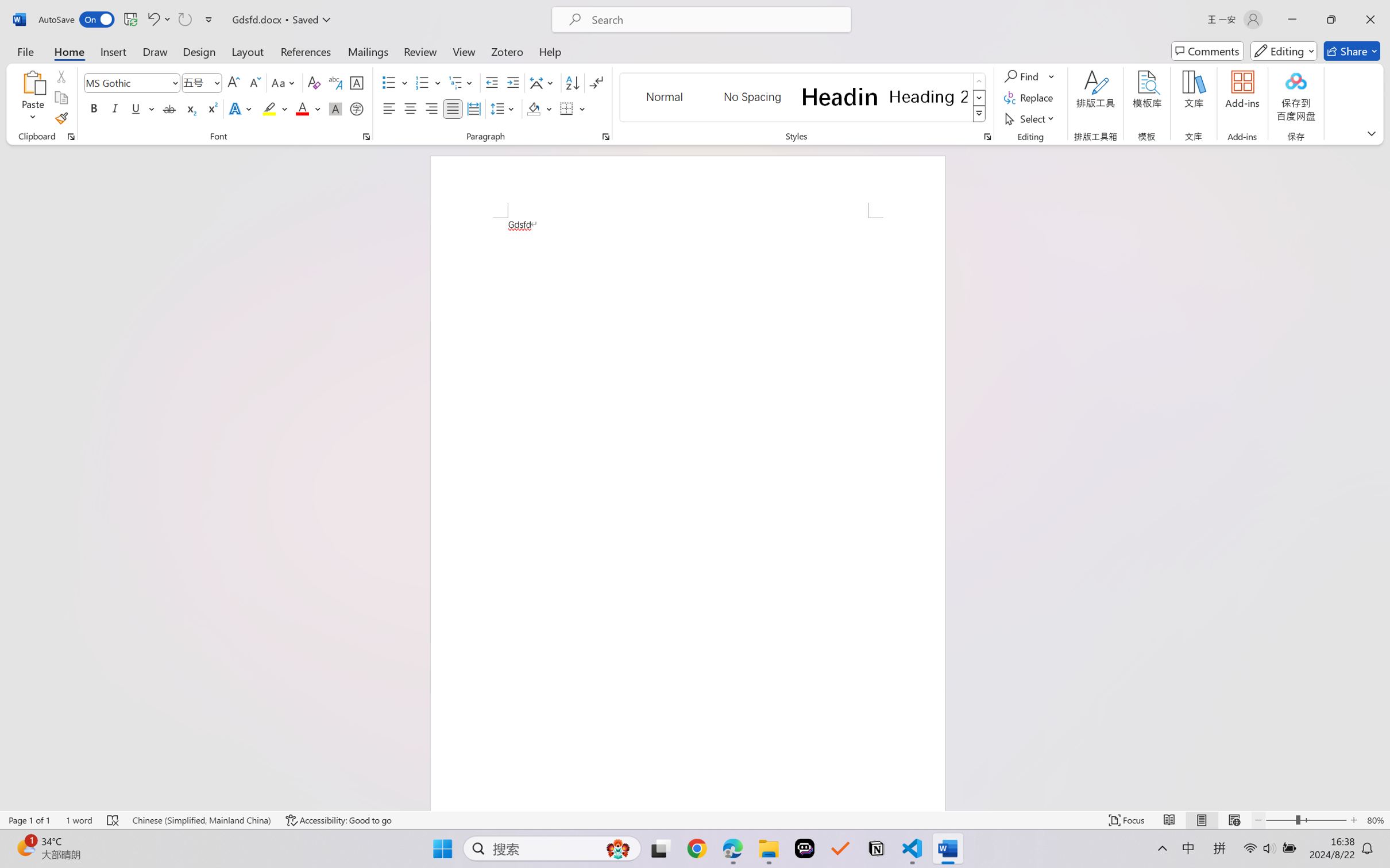 The width and height of the screenshot is (1390, 868). I want to click on 'Spelling and Grammar Check Errors', so click(113, 820).